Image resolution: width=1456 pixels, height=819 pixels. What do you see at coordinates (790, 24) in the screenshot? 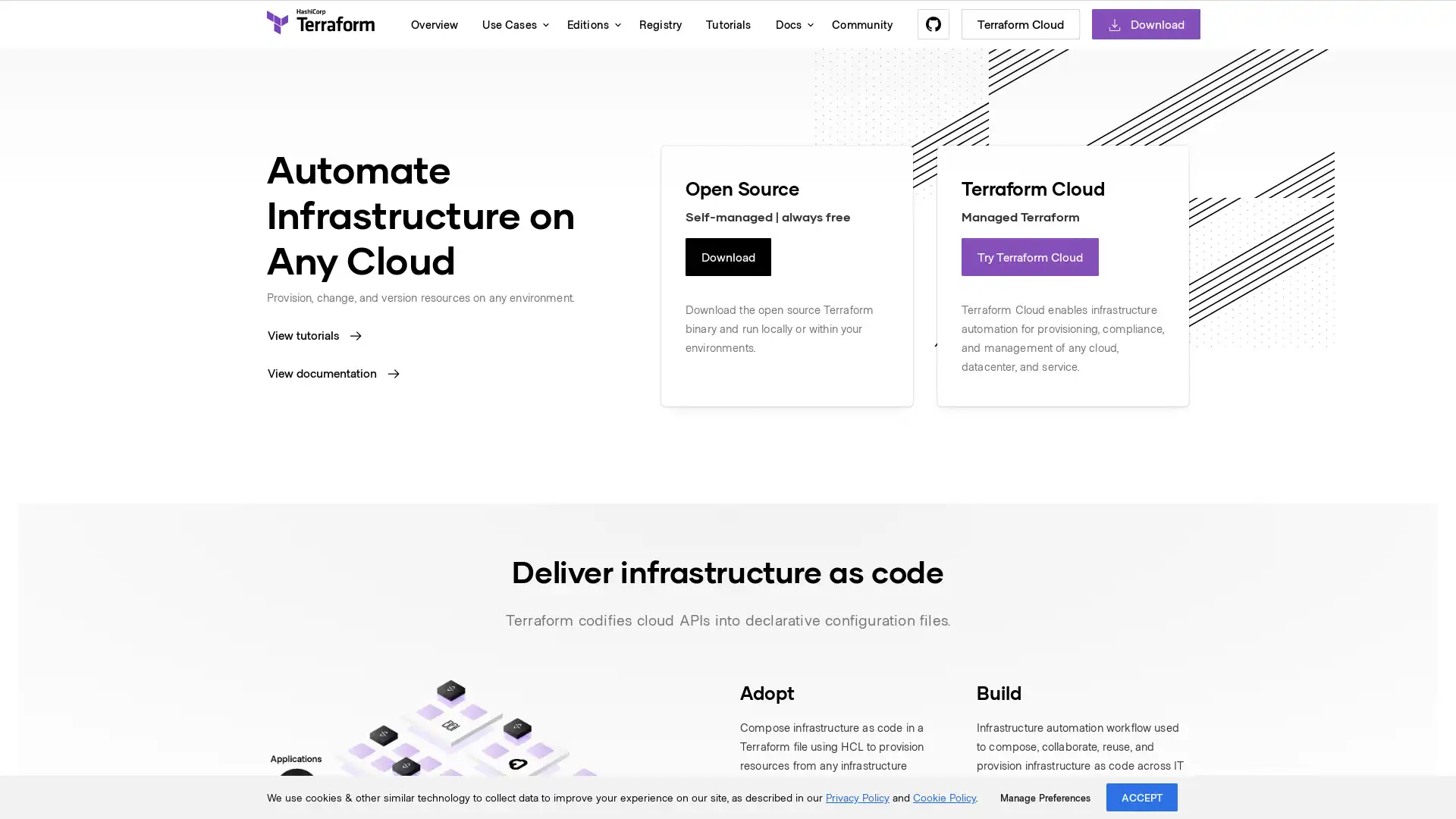
I see `Docs` at bounding box center [790, 24].